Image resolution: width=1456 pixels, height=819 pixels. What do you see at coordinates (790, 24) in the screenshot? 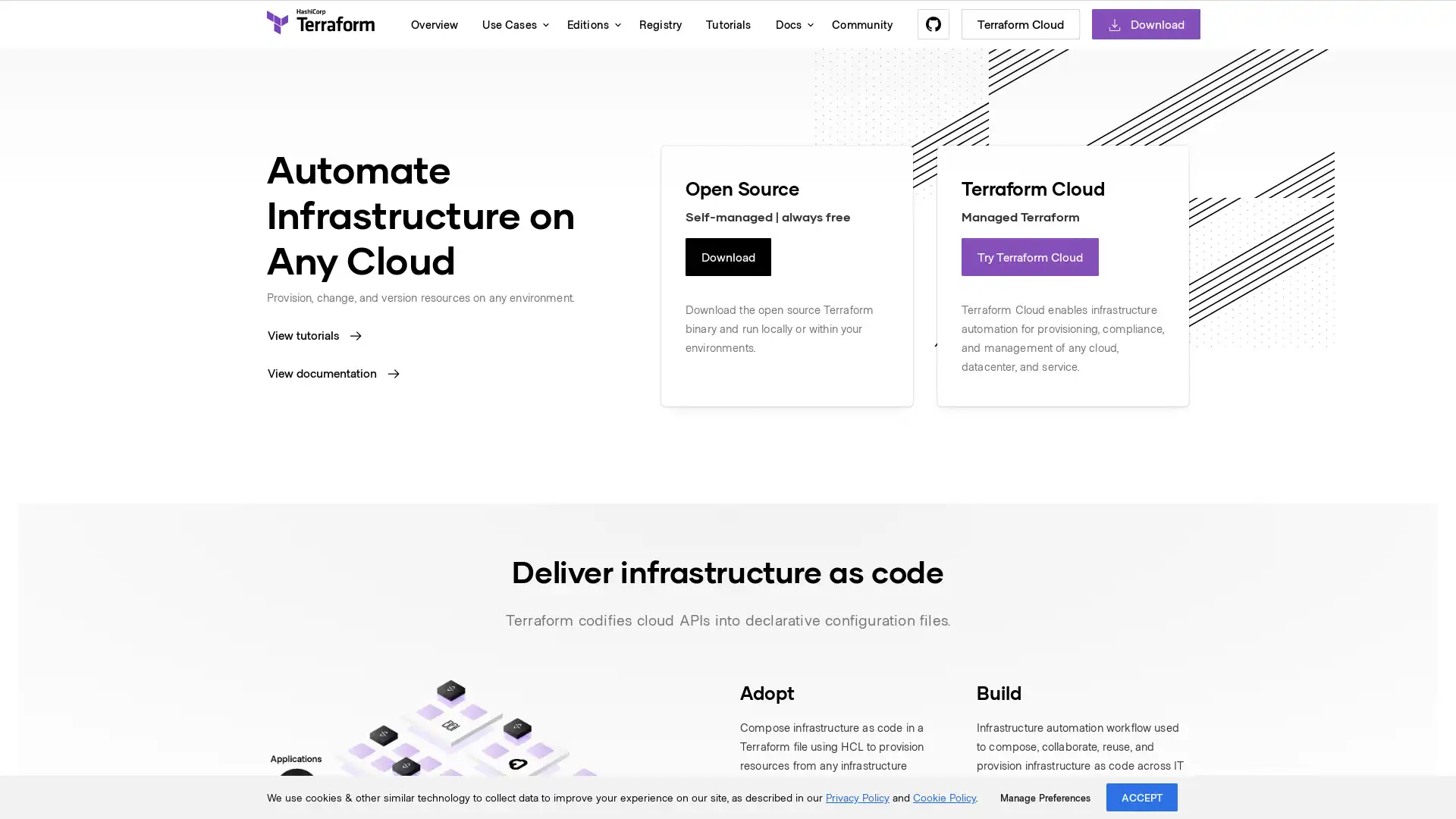
I see `Docs` at bounding box center [790, 24].